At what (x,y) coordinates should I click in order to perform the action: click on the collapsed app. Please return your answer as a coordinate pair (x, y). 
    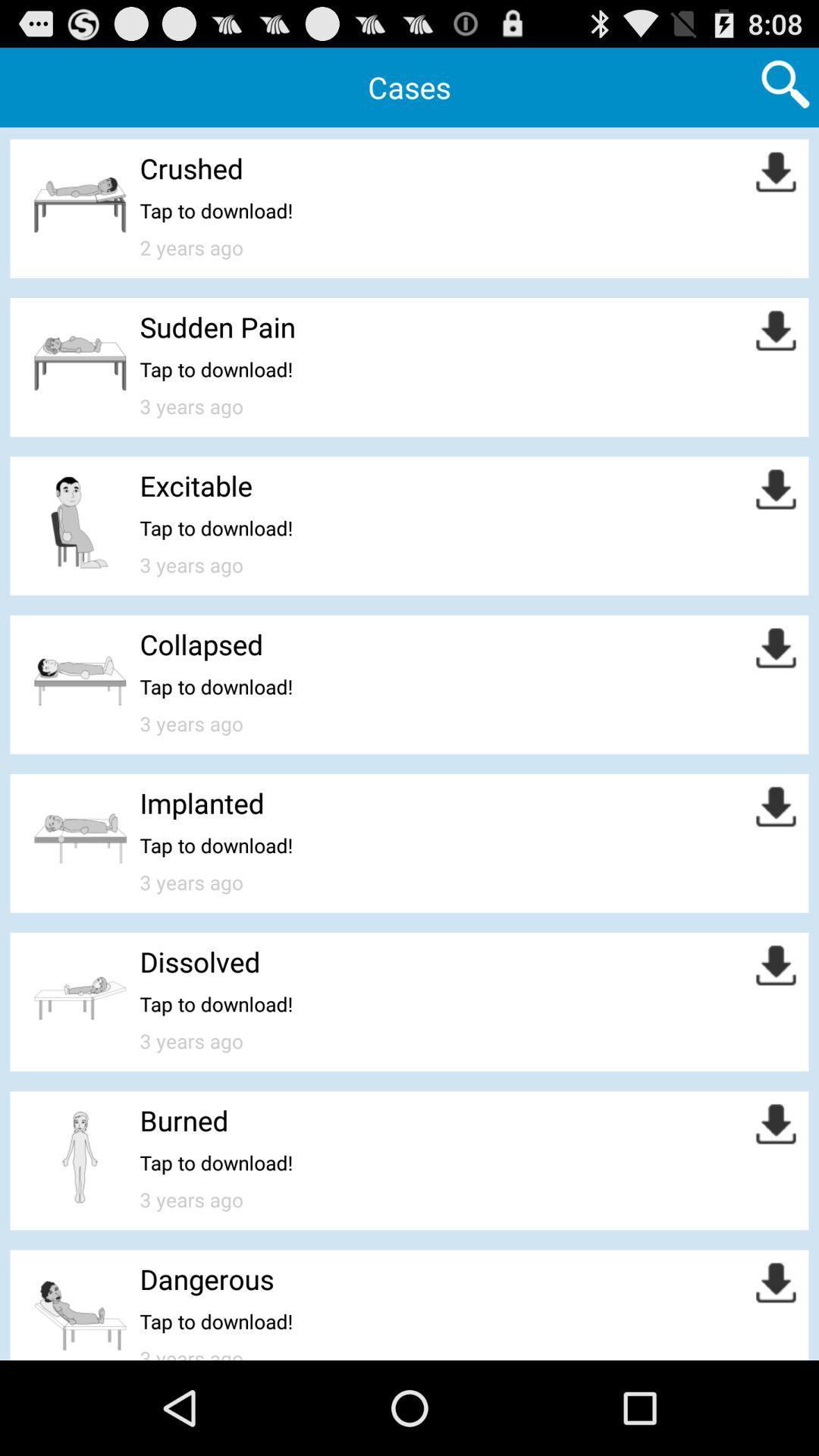
    Looking at the image, I should click on (200, 644).